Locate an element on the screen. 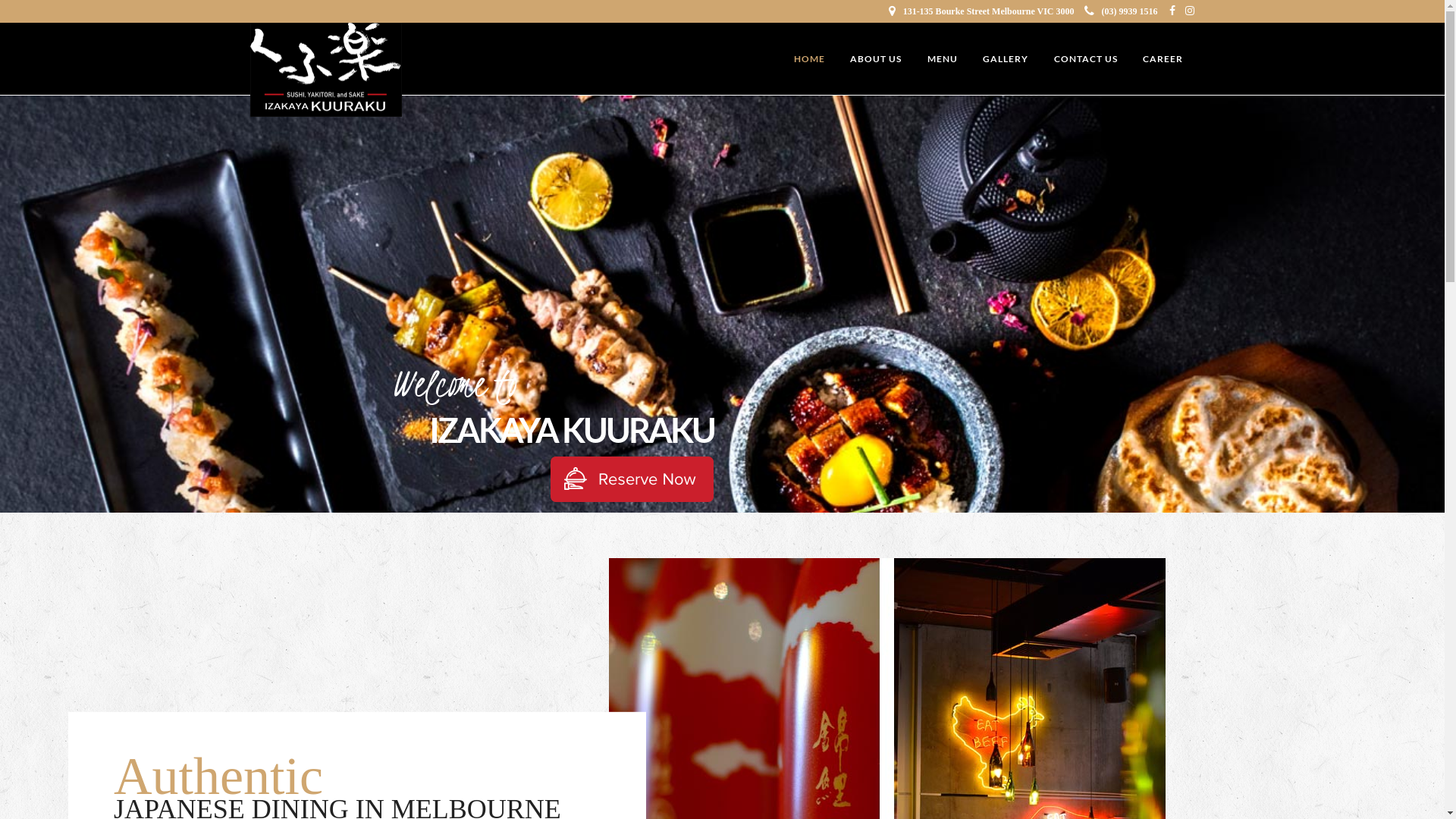 The width and height of the screenshot is (1456, 819). 'HOME' is located at coordinates (808, 58).